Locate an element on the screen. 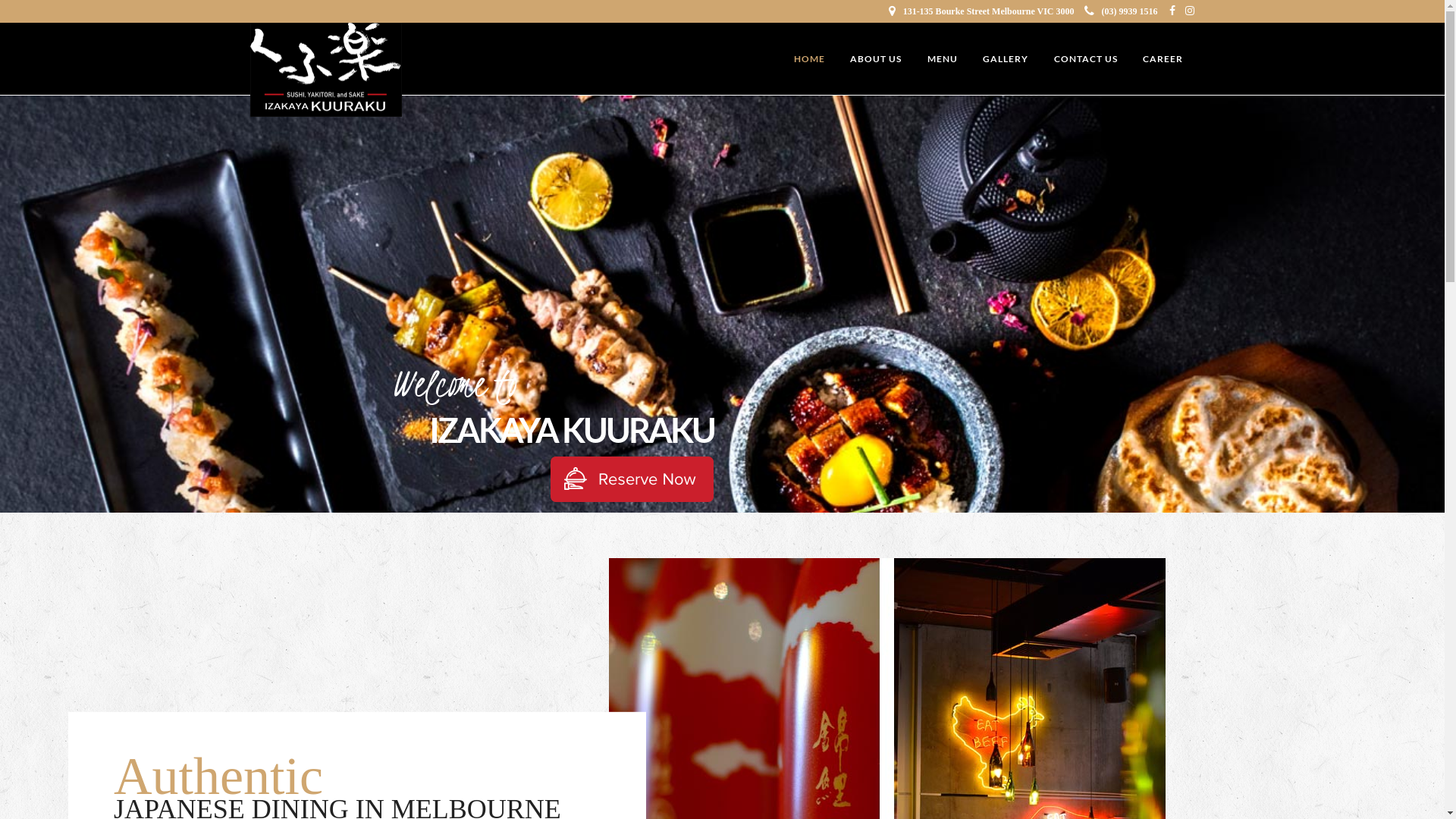 The width and height of the screenshot is (1456, 819). 'HOME' is located at coordinates (808, 58).